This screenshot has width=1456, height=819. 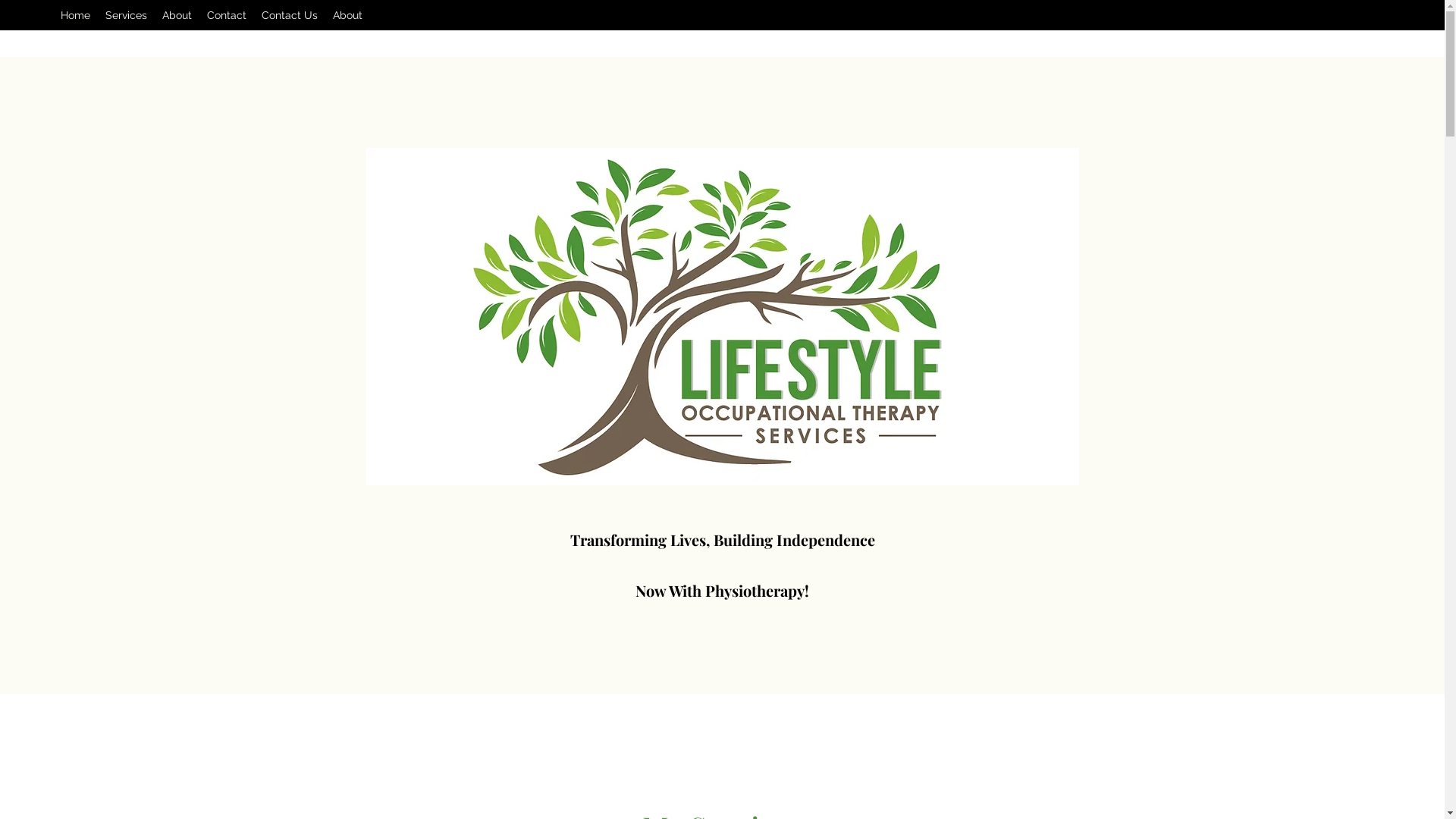 What do you see at coordinates (177, 14) in the screenshot?
I see `'About'` at bounding box center [177, 14].